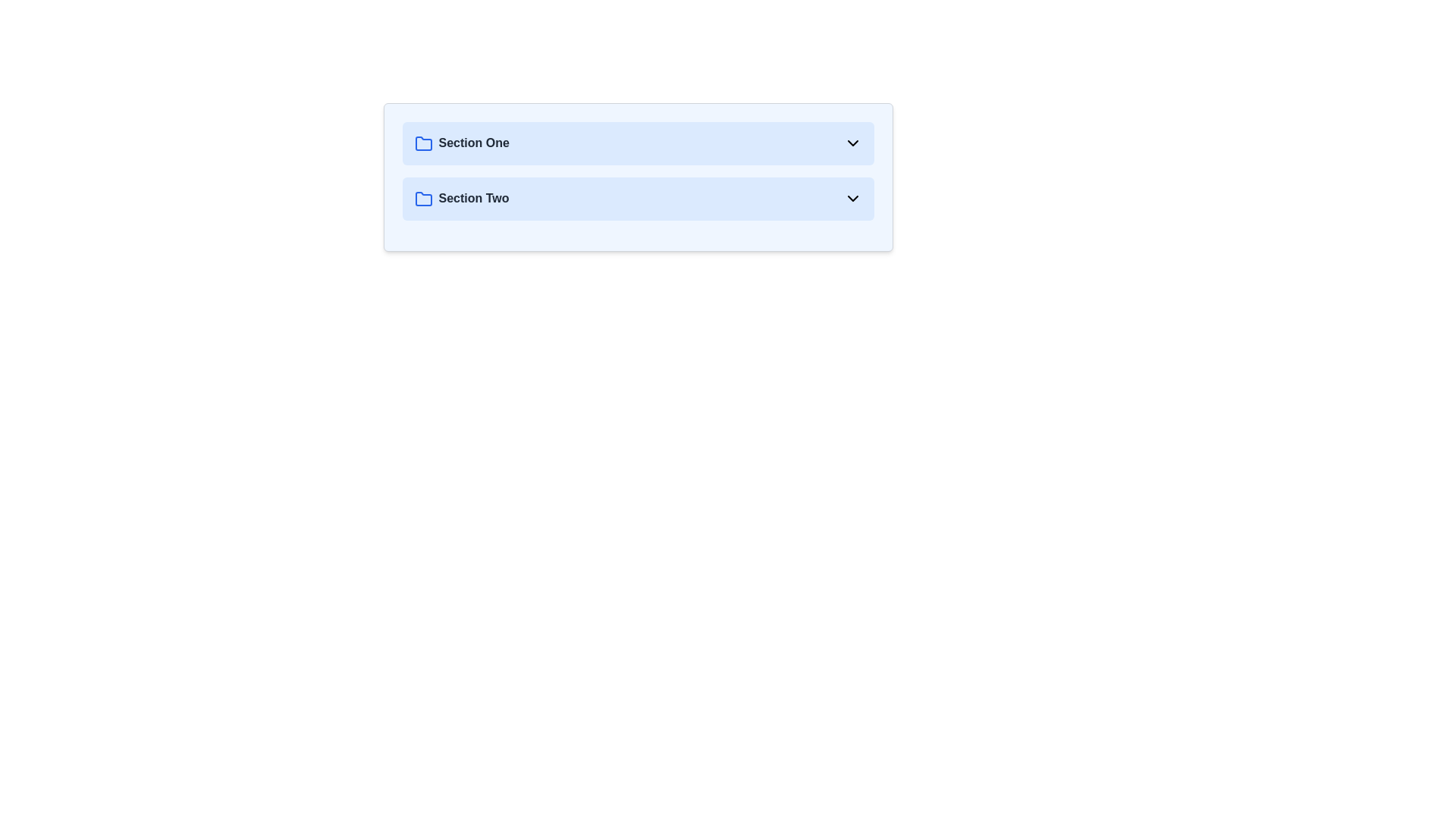  Describe the element at coordinates (473, 143) in the screenshot. I see `text label identifying the first content category labeled 'Section One' located at the top of the vertical list of section headers` at that location.